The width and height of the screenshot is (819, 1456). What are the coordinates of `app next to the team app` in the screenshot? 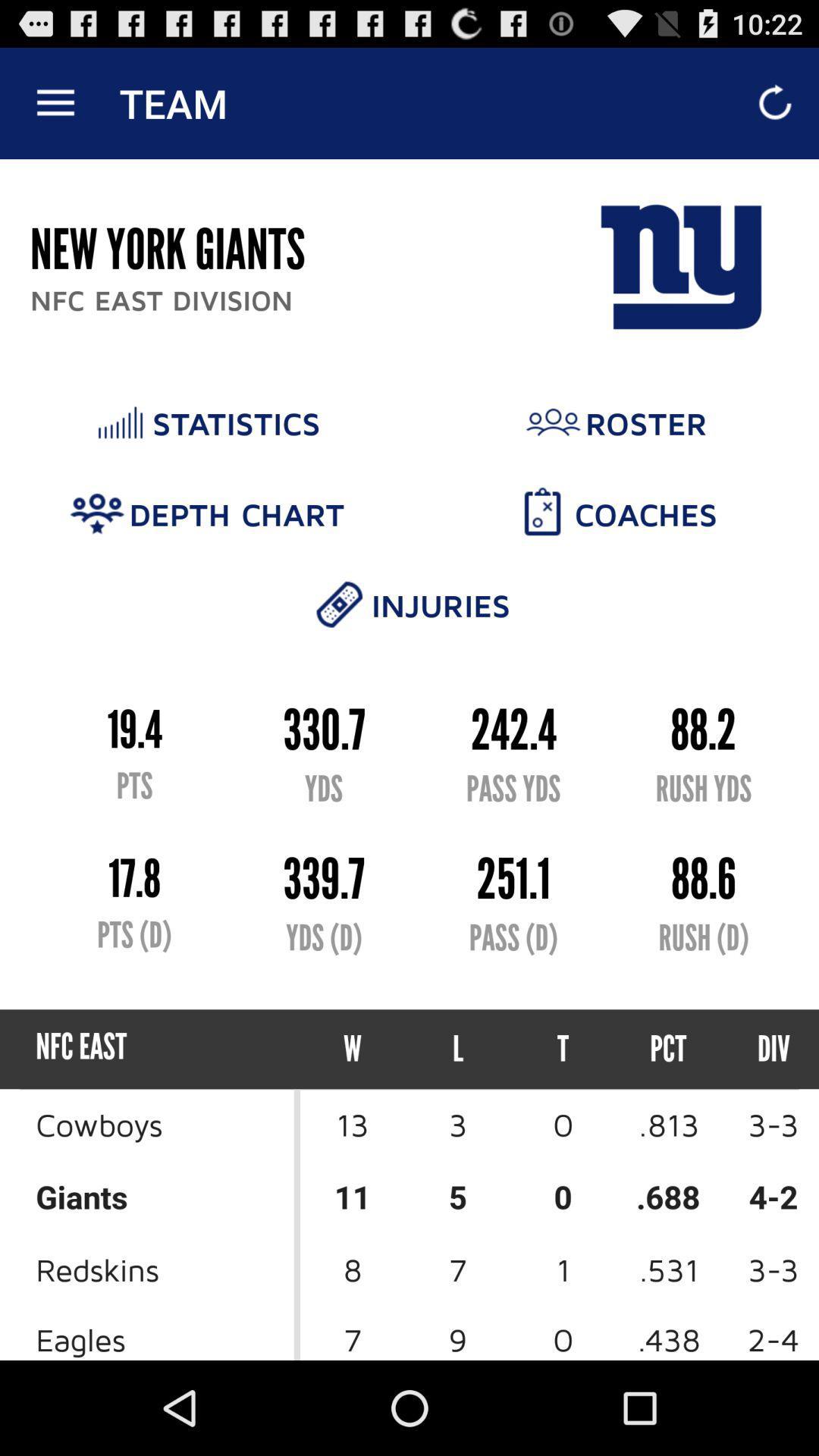 It's located at (55, 102).